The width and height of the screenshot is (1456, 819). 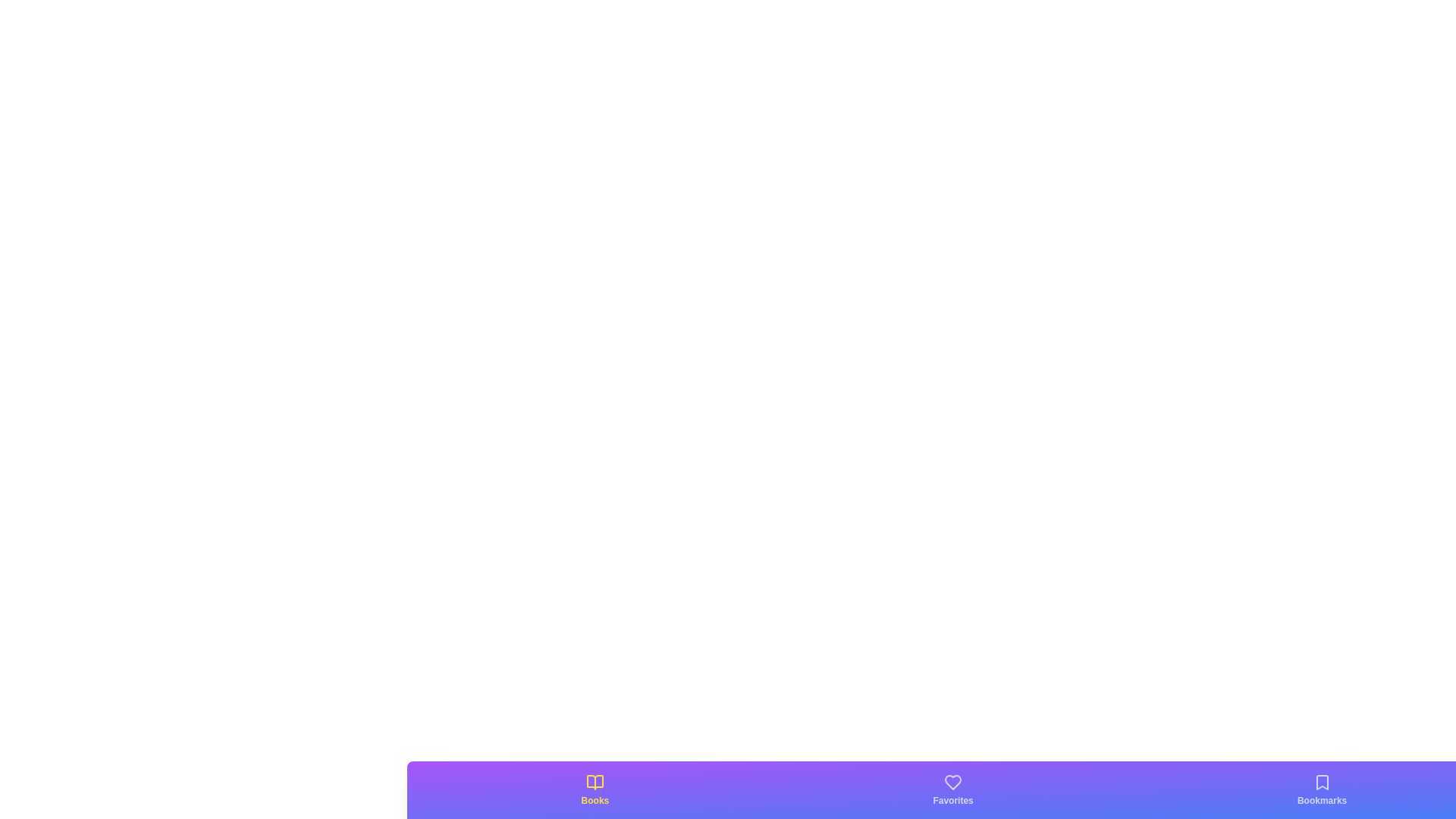 I want to click on the tab with the label Favorites, so click(x=952, y=789).